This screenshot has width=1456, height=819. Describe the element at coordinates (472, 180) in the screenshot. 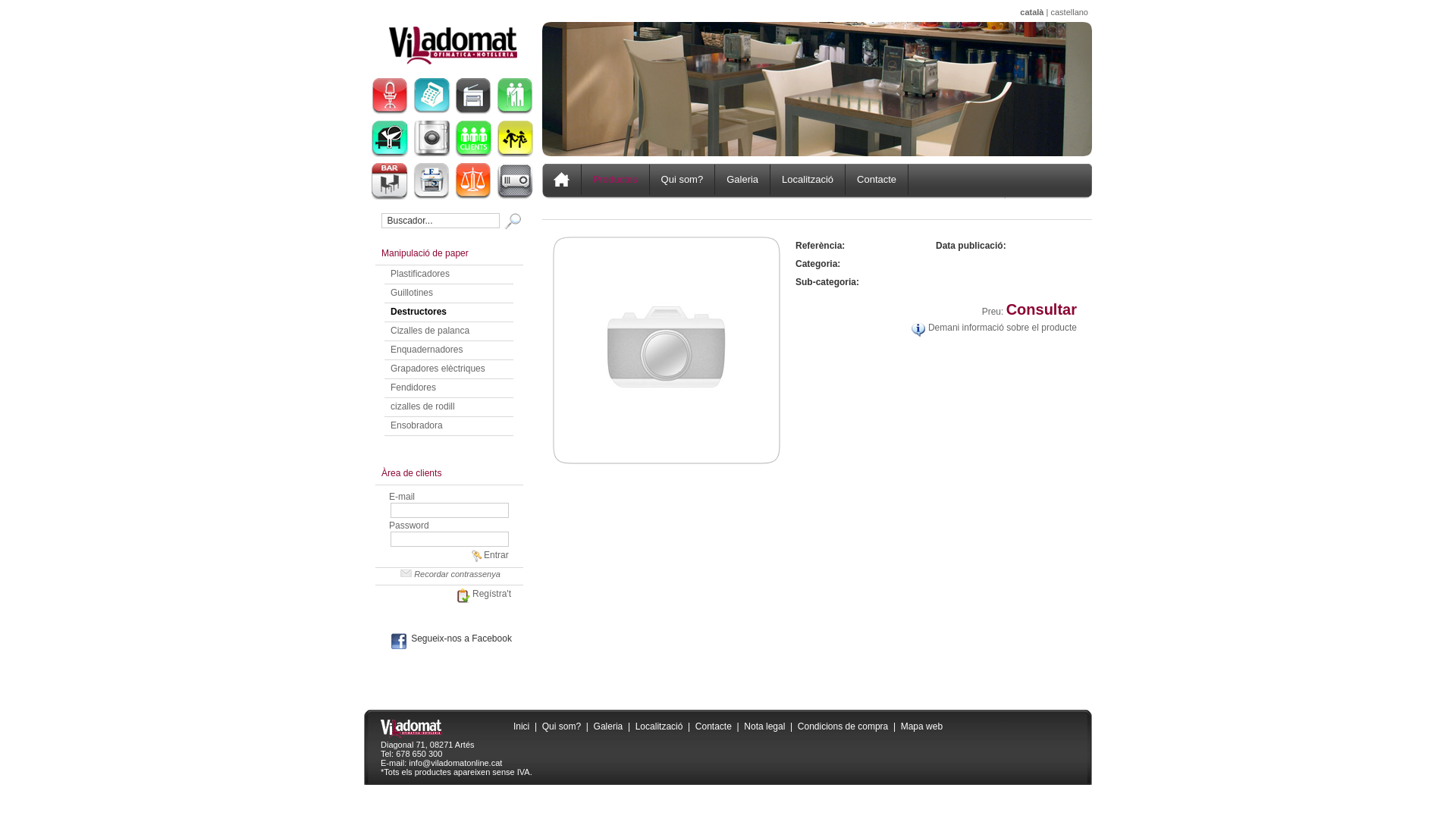

I see `'Balances comercials'` at that location.